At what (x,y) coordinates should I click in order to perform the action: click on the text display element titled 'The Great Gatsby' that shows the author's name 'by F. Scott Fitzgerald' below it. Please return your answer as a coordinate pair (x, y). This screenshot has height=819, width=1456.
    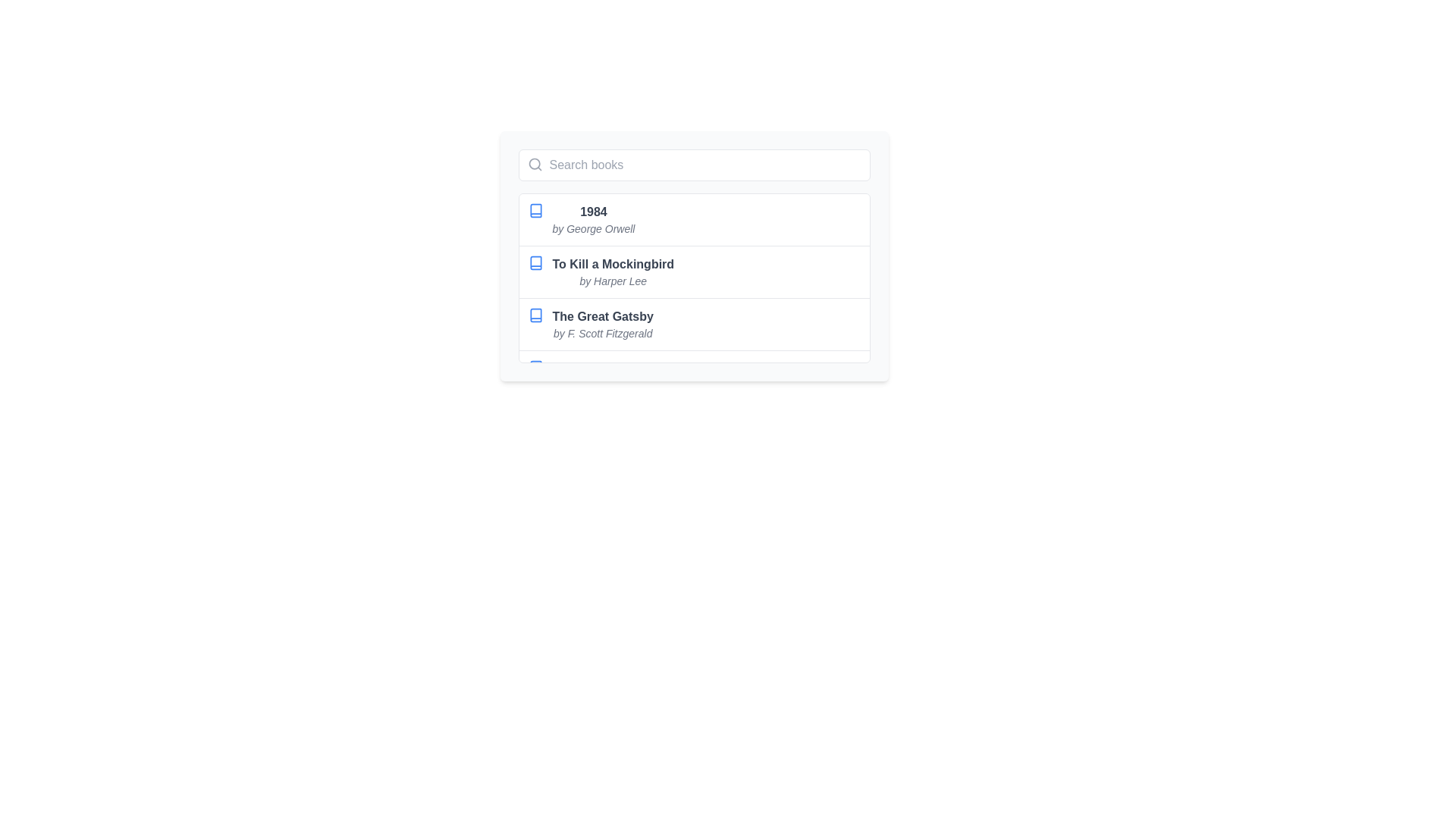
    Looking at the image, I should click on (602, 324).